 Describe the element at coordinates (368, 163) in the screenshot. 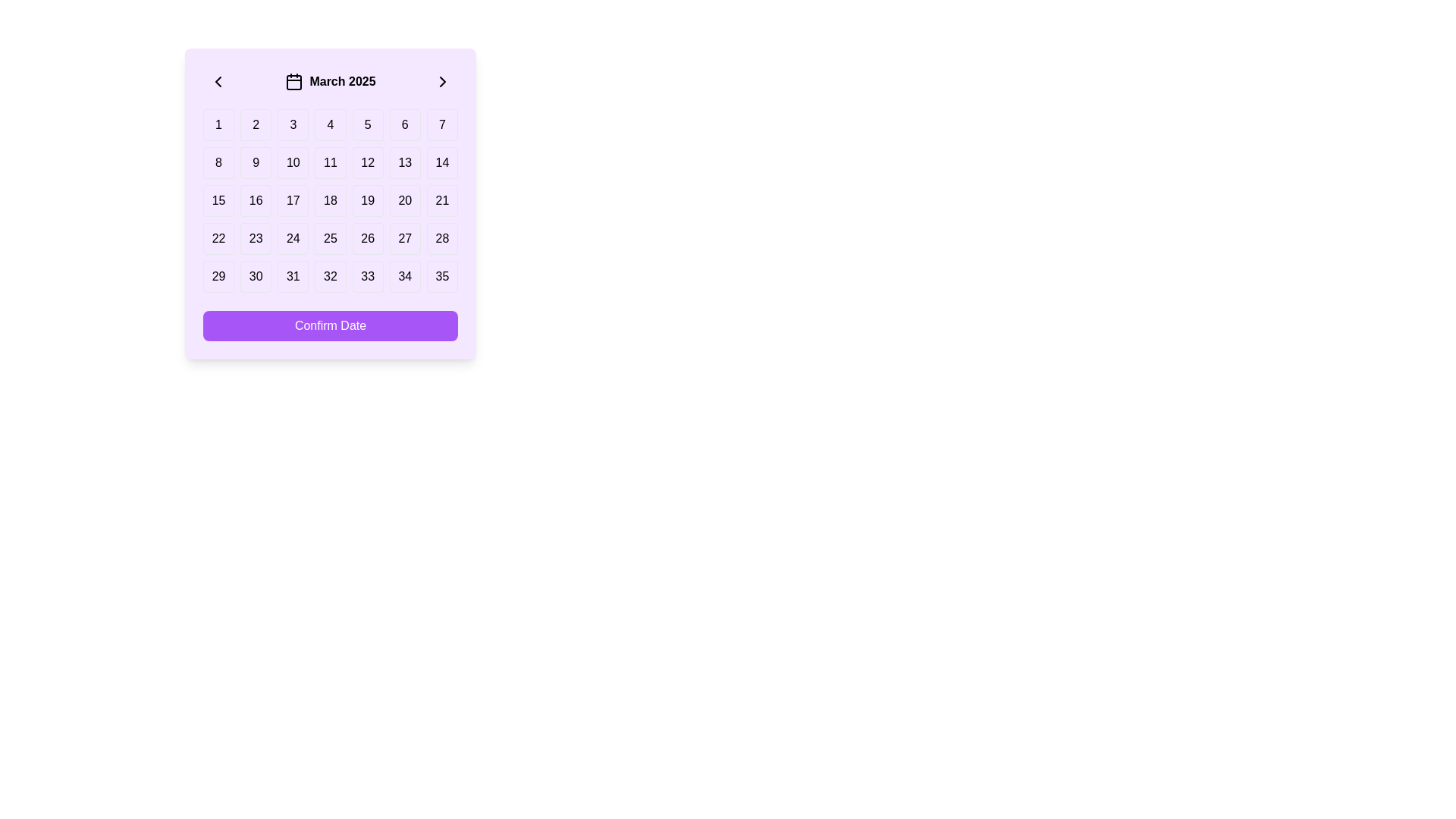

I see `the square button with a rounded border that contains the text '12'` at that location.